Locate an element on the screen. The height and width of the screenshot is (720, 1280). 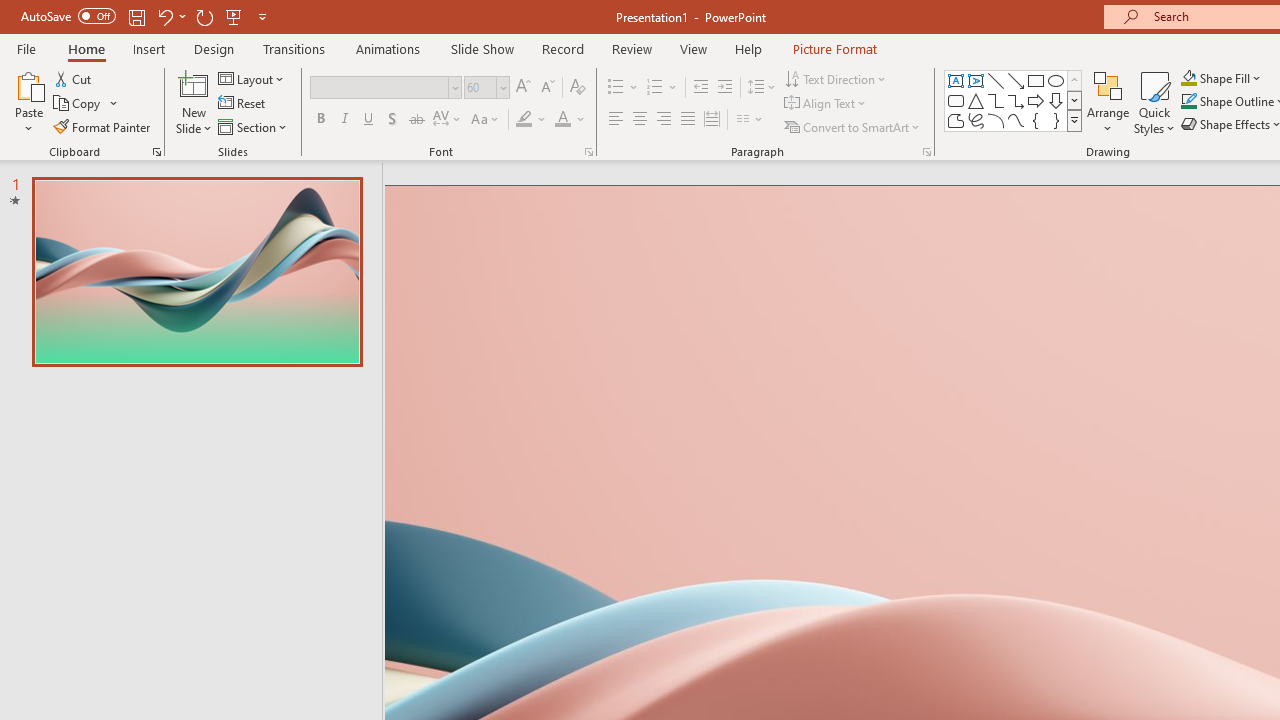
'From Beginning' is located at coordinates (234, 16).